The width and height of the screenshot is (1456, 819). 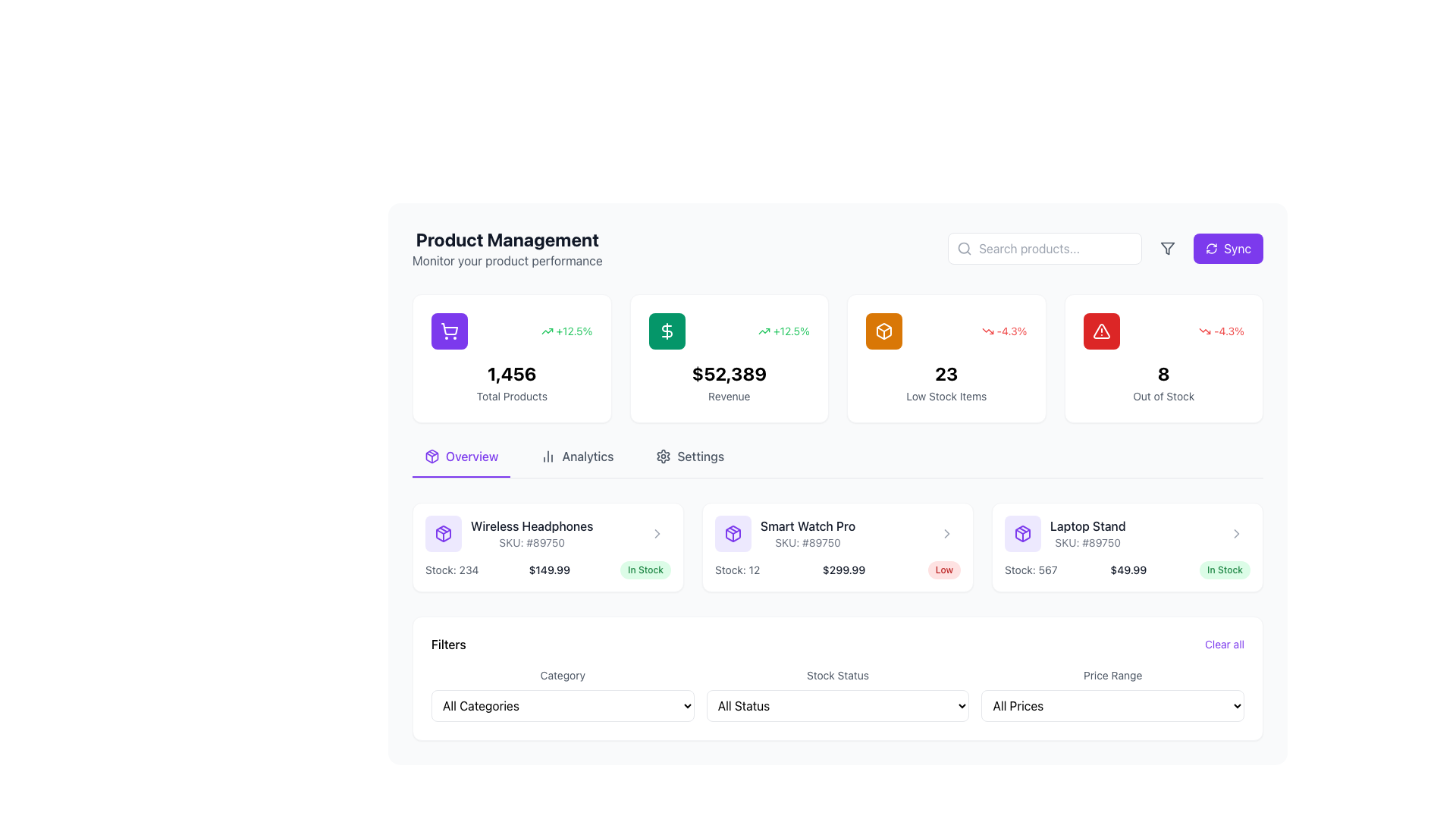 What do you see at coordinates (963, 247) in the screenshot?
I see `the SVG Circle Graphic that forms the lens of the magnifying glass in the search icon` at bounding box center [963, 247].